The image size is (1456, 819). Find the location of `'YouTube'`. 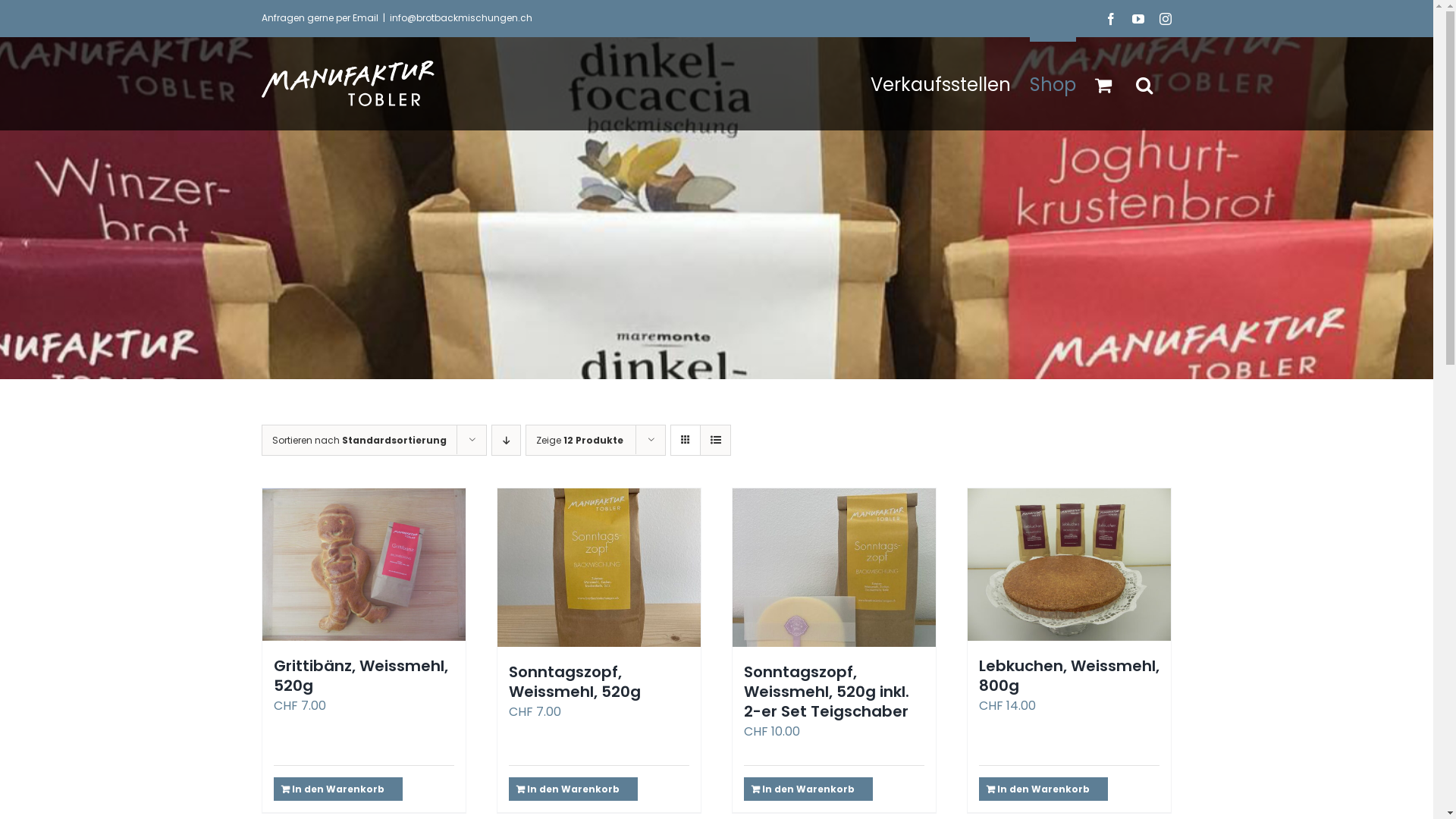

'YouTube' is located at coordinates (1138, 17).